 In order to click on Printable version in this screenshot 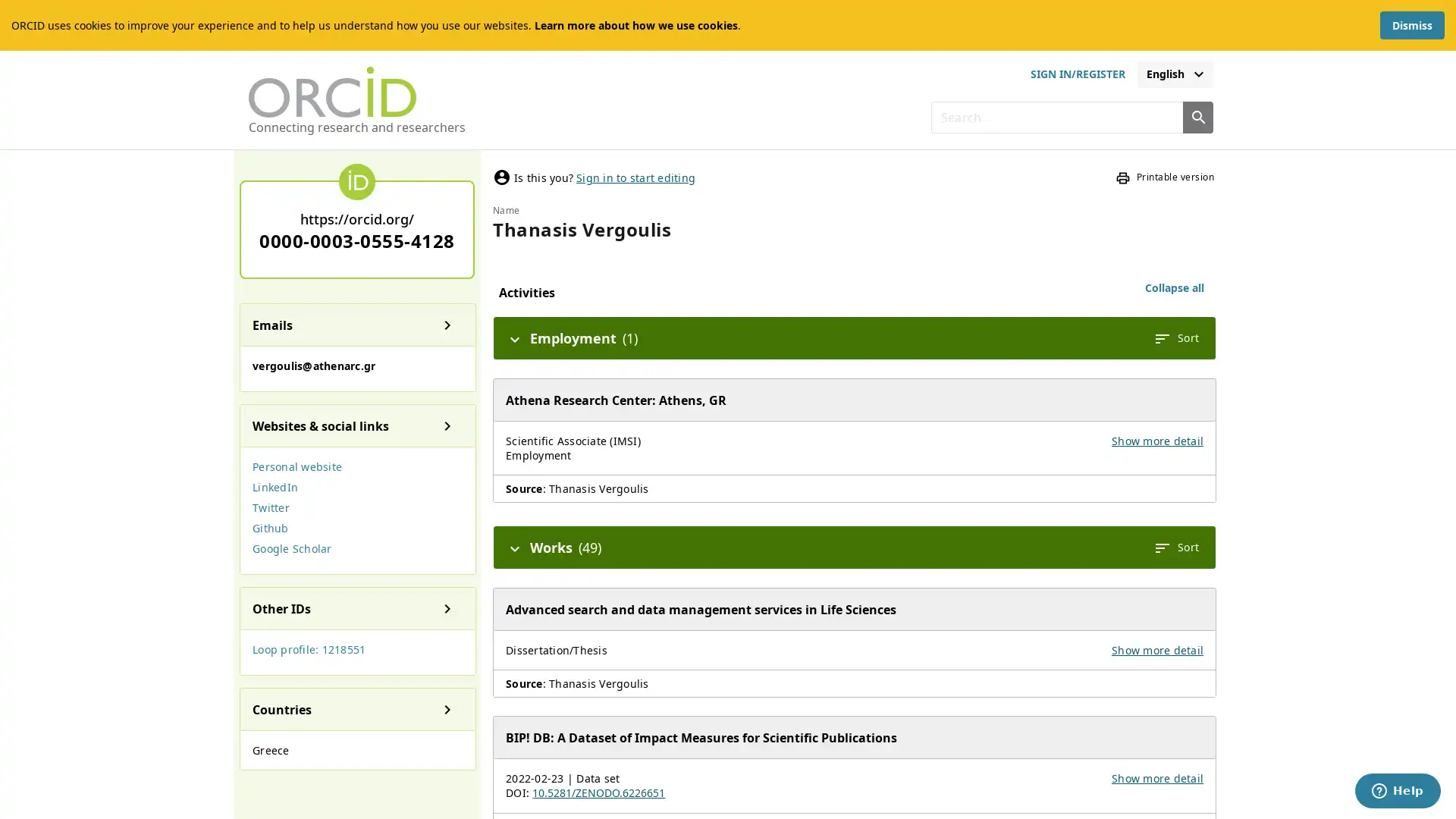, I will do `click(1164, 177)`.